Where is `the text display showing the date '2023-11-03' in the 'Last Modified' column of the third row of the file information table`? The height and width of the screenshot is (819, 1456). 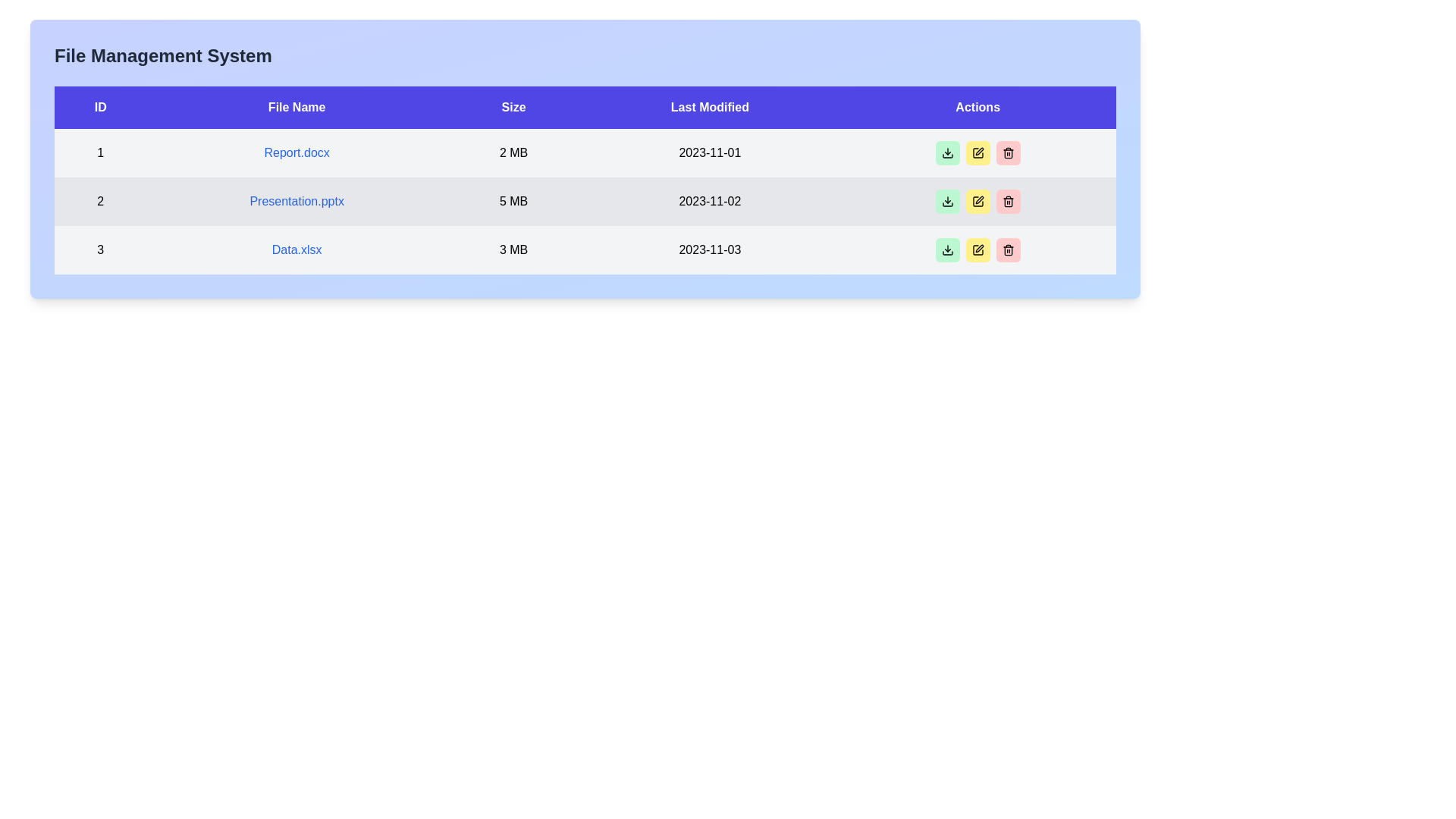
the text display showing the date '2023-11-03' in the 'Last Modified' column of the third row of the file information table is located at coordinates (709, 249).